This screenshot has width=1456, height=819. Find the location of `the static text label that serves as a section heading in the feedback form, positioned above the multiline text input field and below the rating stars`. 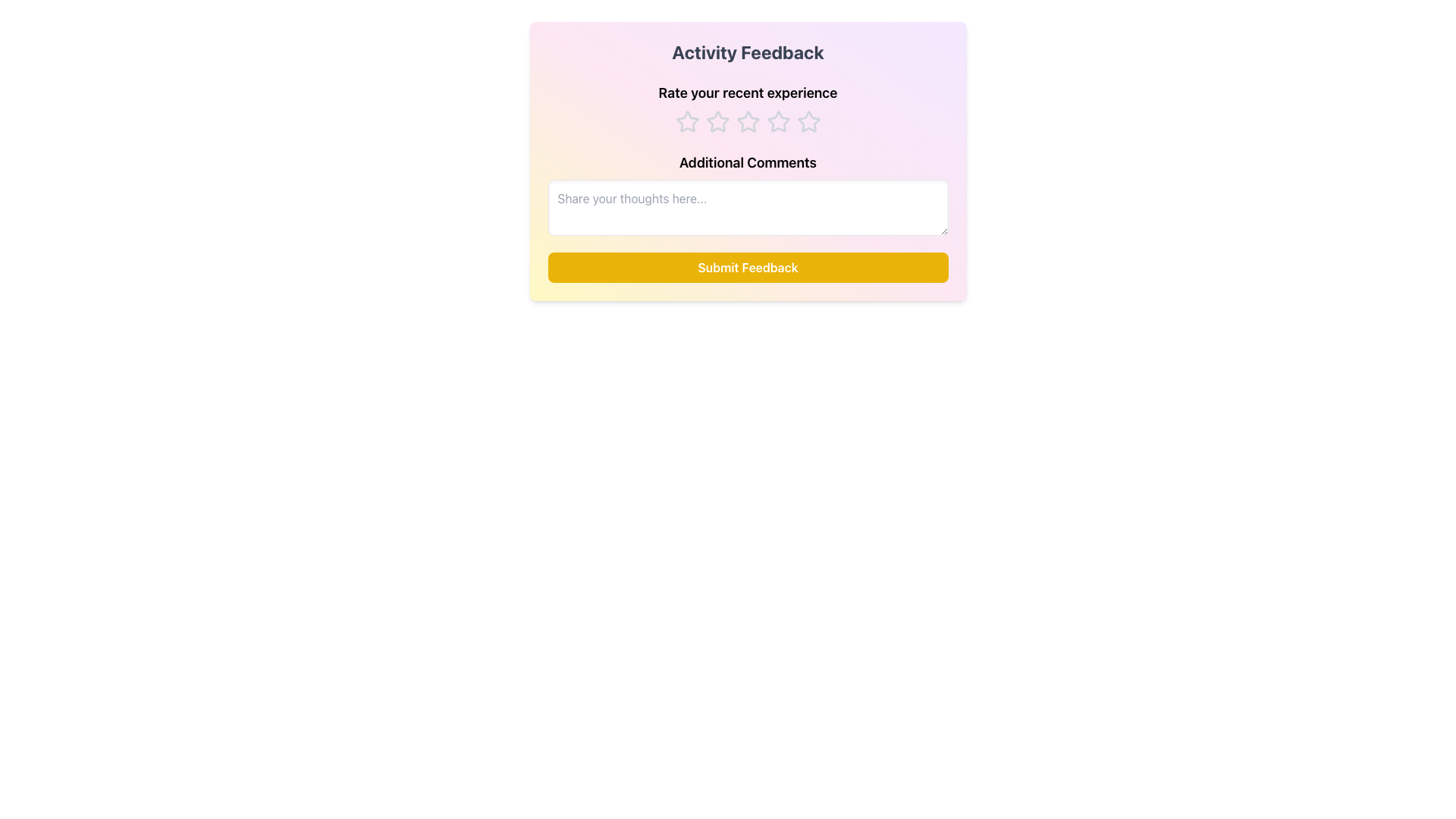

the static text label that serves as a section heading in the feedback form, positioned above the multiline text input field and below the rating stars is located at coordinates (748, 163).